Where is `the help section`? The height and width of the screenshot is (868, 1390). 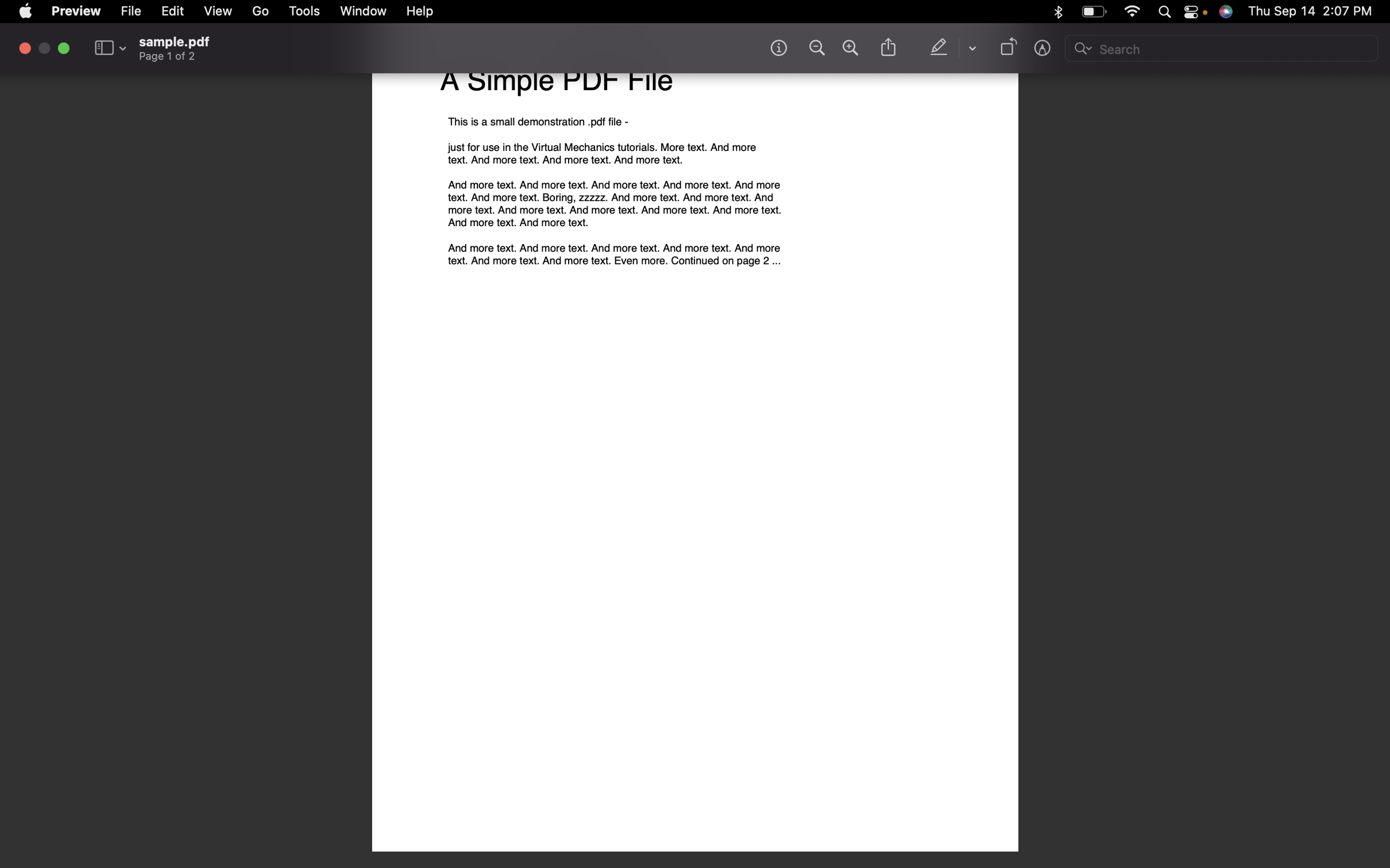
the help section is located at coordinates (419, 12).